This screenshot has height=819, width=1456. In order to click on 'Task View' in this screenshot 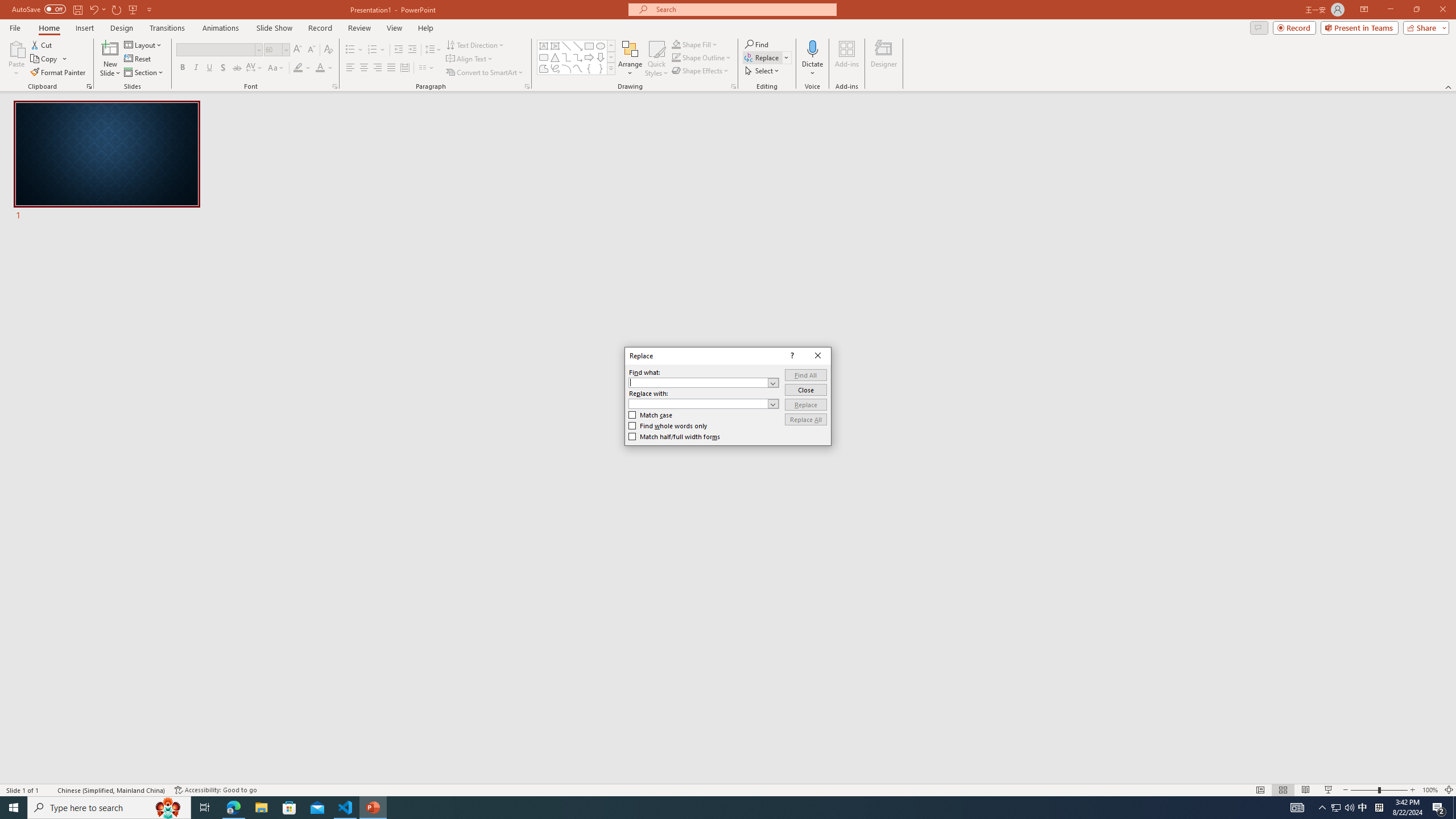, I will do `click(204, 806)`.